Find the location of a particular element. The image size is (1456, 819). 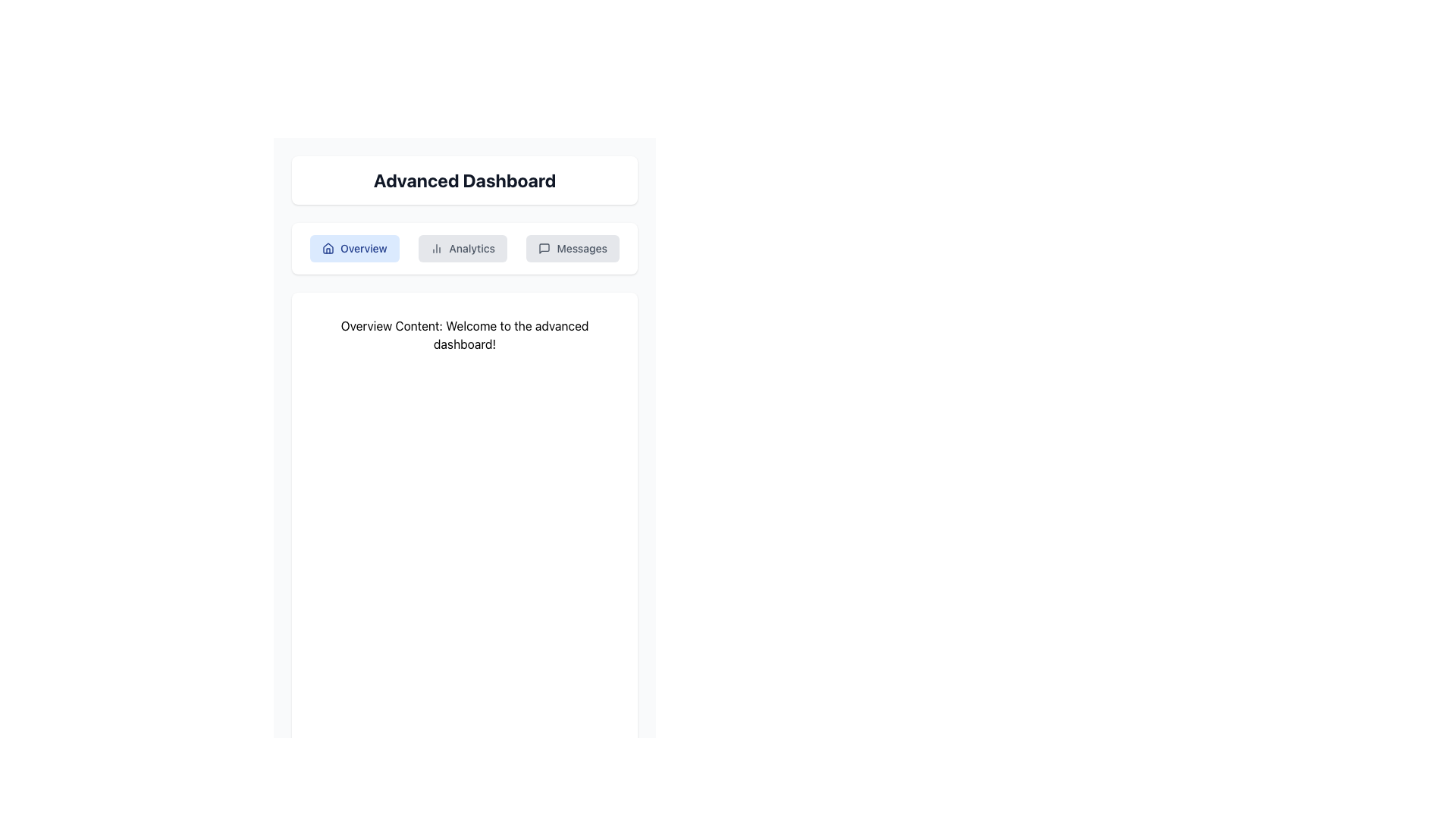

the second button in the horizontal group of three buttons, located beneath the title 'Advanced Dashboard' is located at coordinates (462, 247).